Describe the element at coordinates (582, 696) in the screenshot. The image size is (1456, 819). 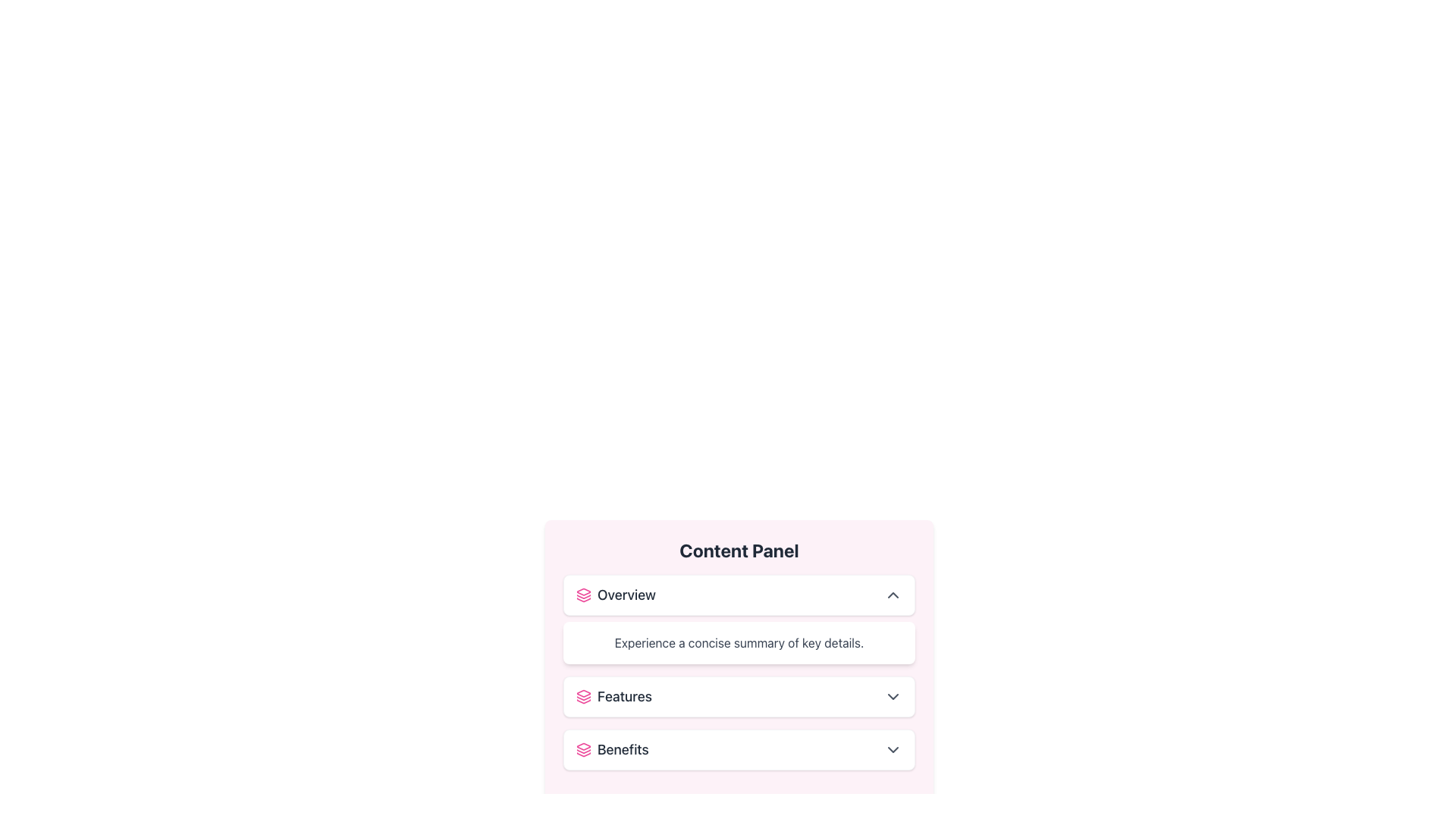
I see `the pink icon styled as a stack of layers, which is positioned to the left of the 'Features' text label` at that location.